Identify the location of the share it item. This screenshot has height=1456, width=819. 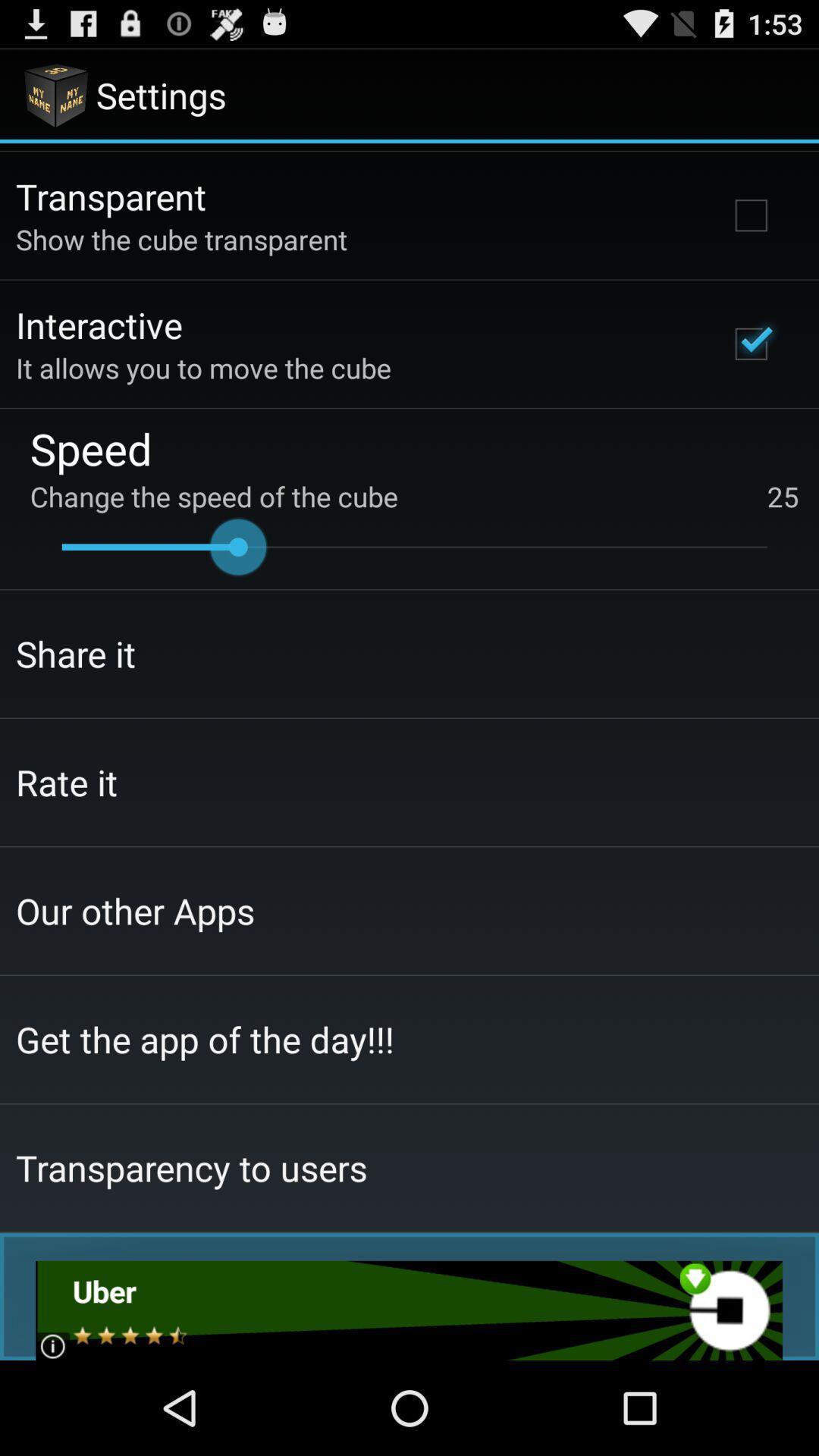
(76, 654).